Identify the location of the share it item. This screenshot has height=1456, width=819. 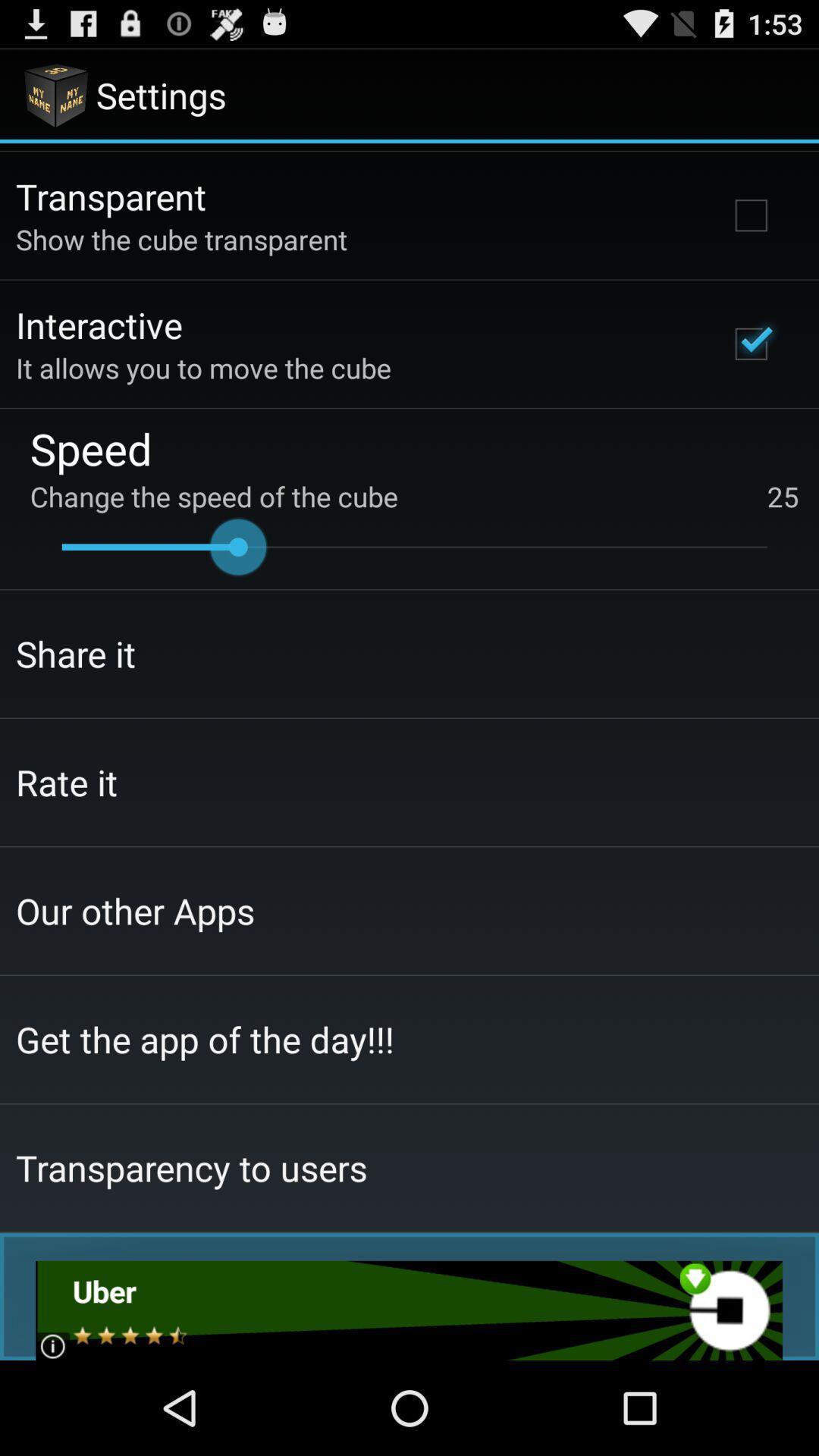
(76, 654).